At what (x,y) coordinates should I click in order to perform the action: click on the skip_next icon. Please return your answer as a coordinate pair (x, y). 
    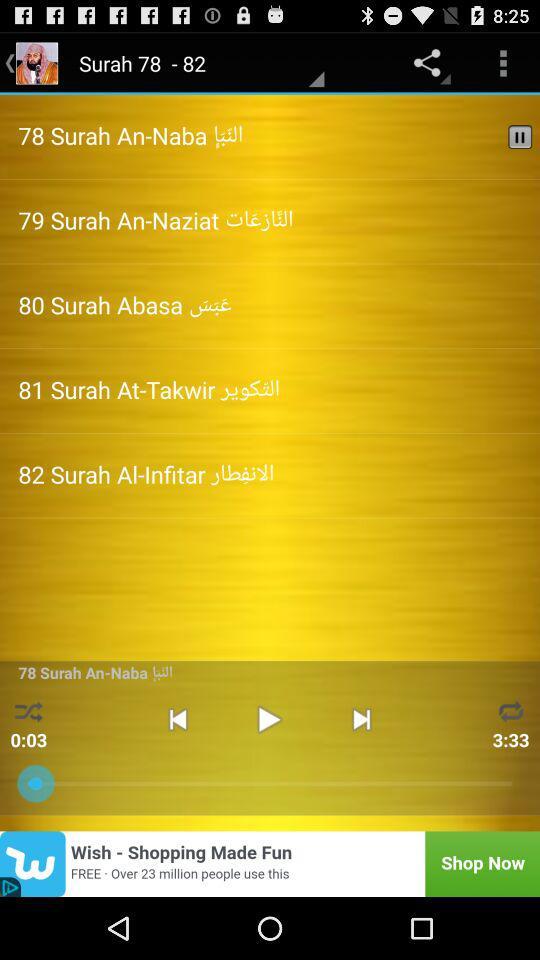
    Looking at the image, I should click on (360, 768).